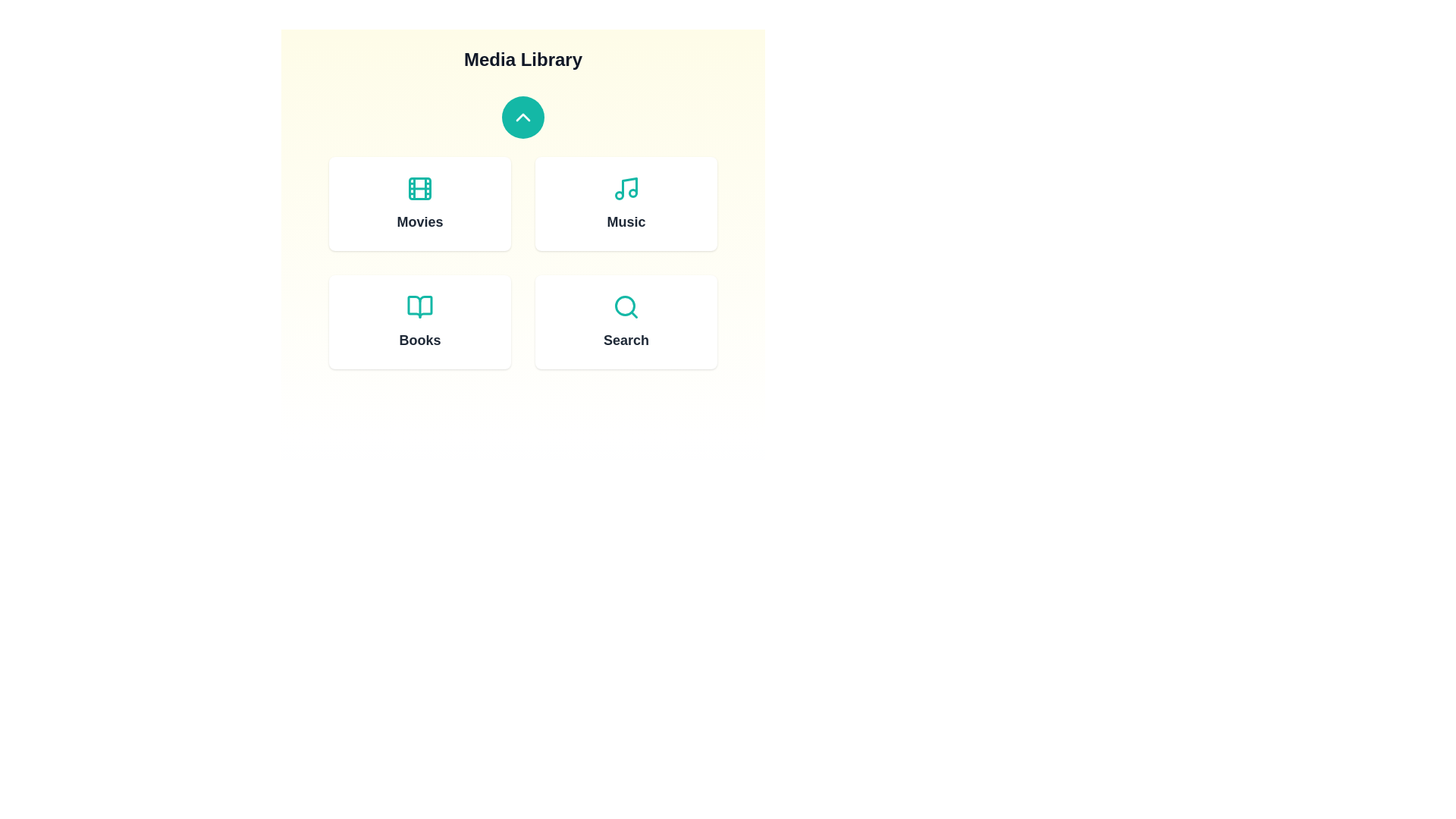 The image size is (1456, 819). I want to click on the section card labeled Music, so click(626, 203).